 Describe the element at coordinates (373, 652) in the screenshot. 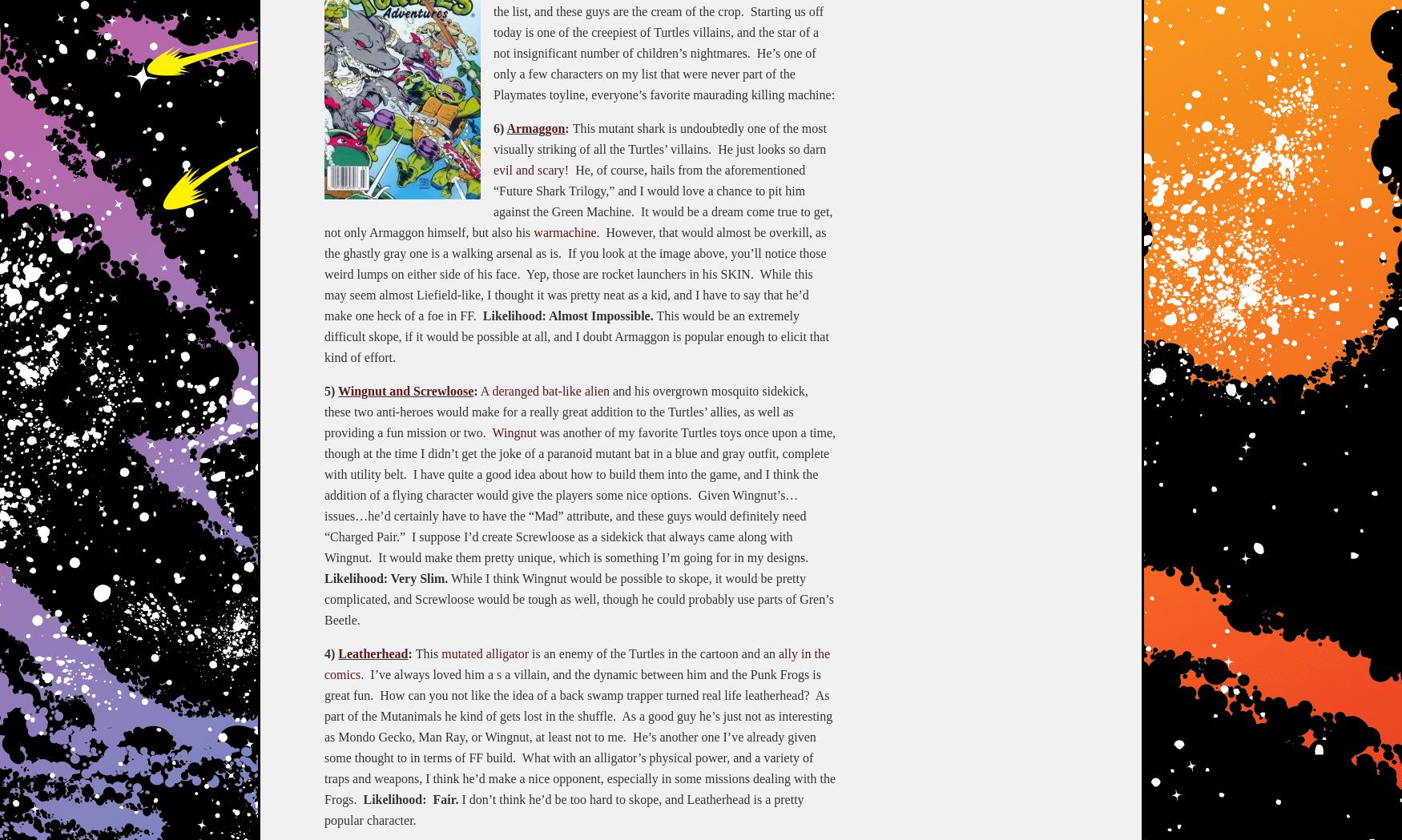

I see `'Leatherhead'` at that location.